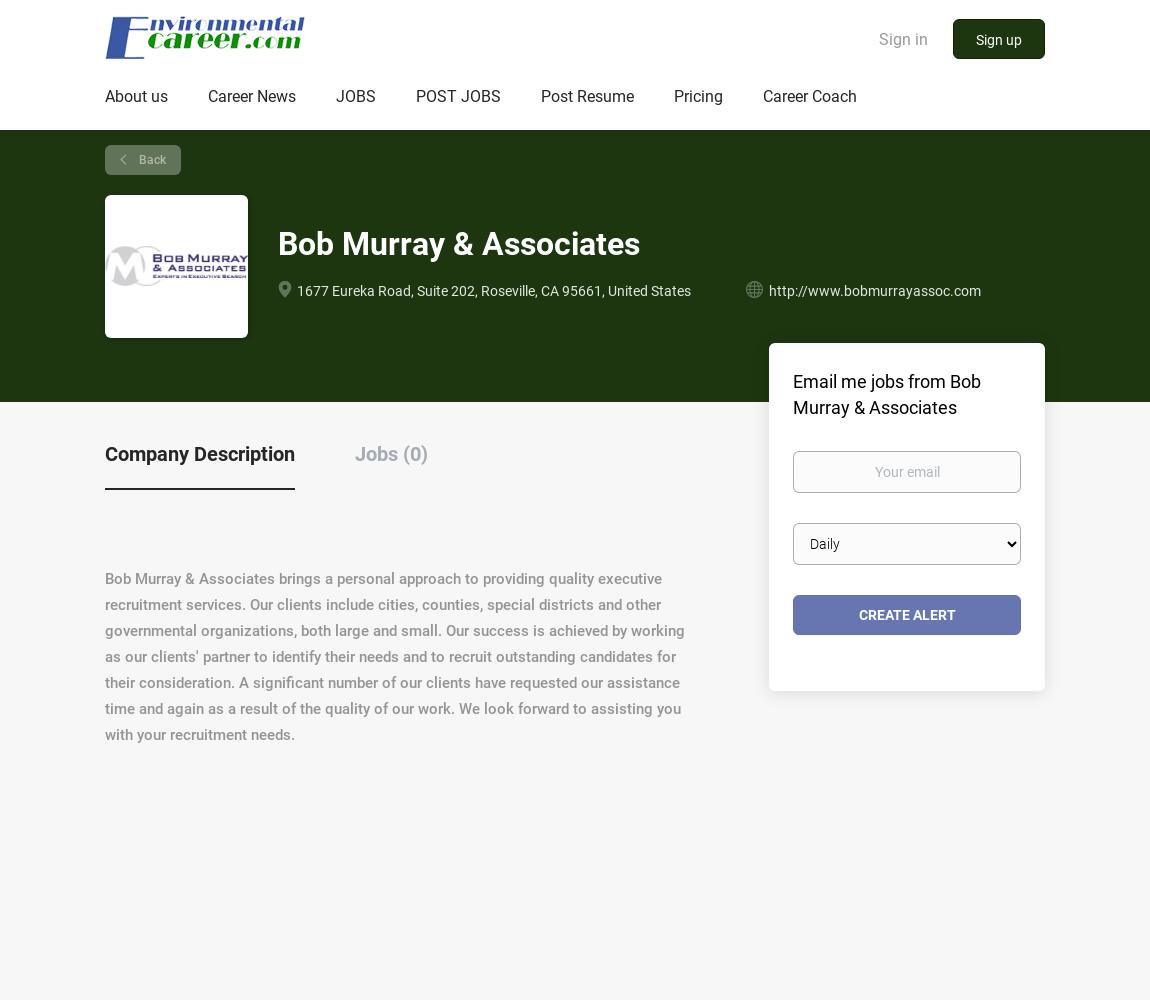 This screenshot has height=1000, width=1150. I want to click on 'Bob Murray & Associates brings a personal approach to providing quality executive recruitment services. Our clients include cities, counties, special districts and other governmental organizations, both large and small. Our success is achieved by working as our clients' partner to identify their needs and to recruit outstanding candidates for their consideration. A significant number of our clients have requested our assistance time and again as a result of the quality of our work. We look forward to assisting you with your recruitment needs.', so click(395, 657).